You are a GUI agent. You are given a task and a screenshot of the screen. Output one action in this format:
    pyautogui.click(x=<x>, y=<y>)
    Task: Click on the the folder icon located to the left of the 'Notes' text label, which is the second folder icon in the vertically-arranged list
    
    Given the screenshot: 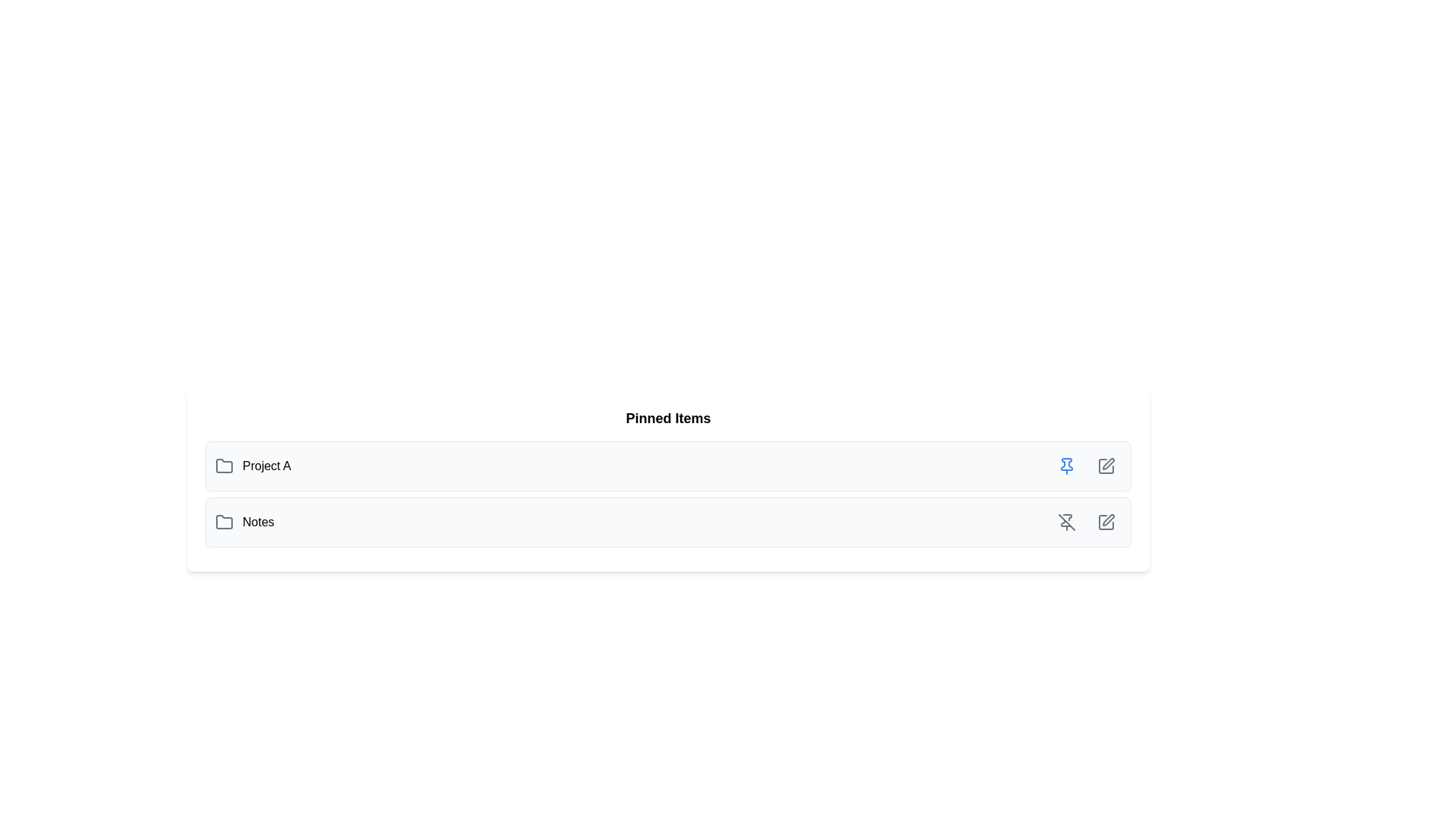 What is the action you would take?
    pyautogui.click(x=224, y=520)
    